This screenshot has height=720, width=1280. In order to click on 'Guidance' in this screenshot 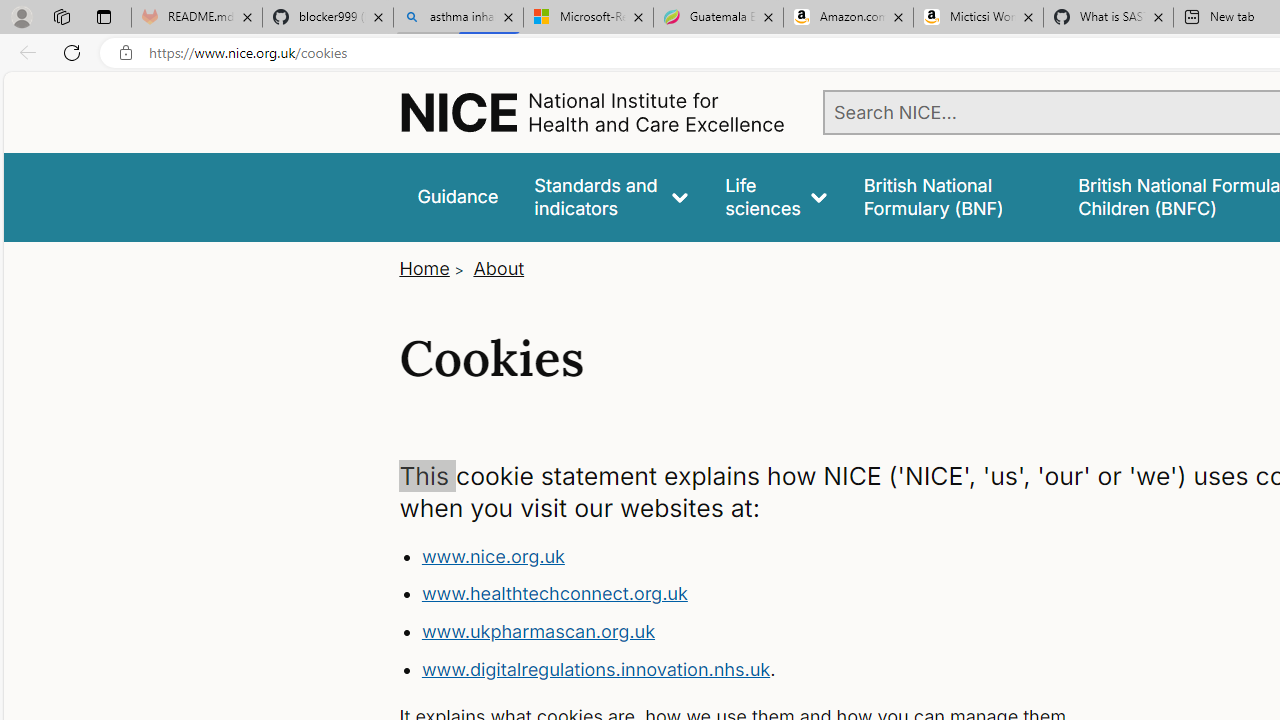, I will do `click(457, 197)`.